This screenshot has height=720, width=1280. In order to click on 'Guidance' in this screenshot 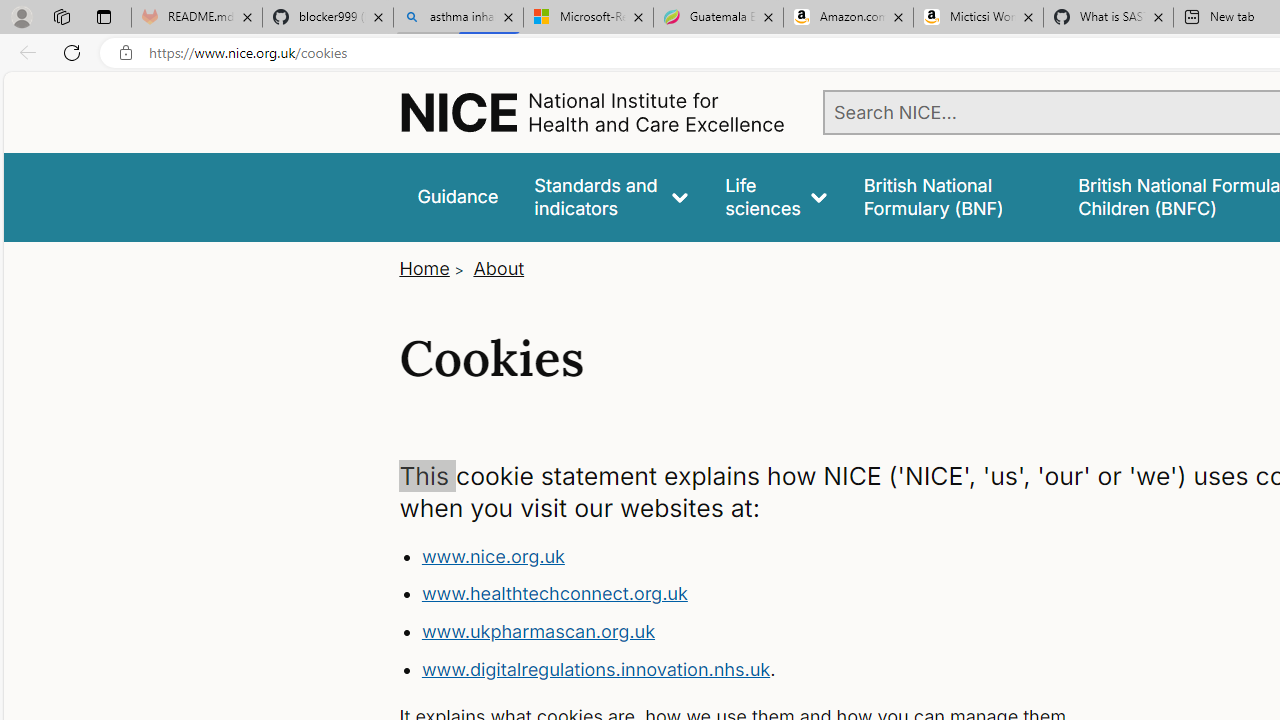, I will do `click(457, 197)`.